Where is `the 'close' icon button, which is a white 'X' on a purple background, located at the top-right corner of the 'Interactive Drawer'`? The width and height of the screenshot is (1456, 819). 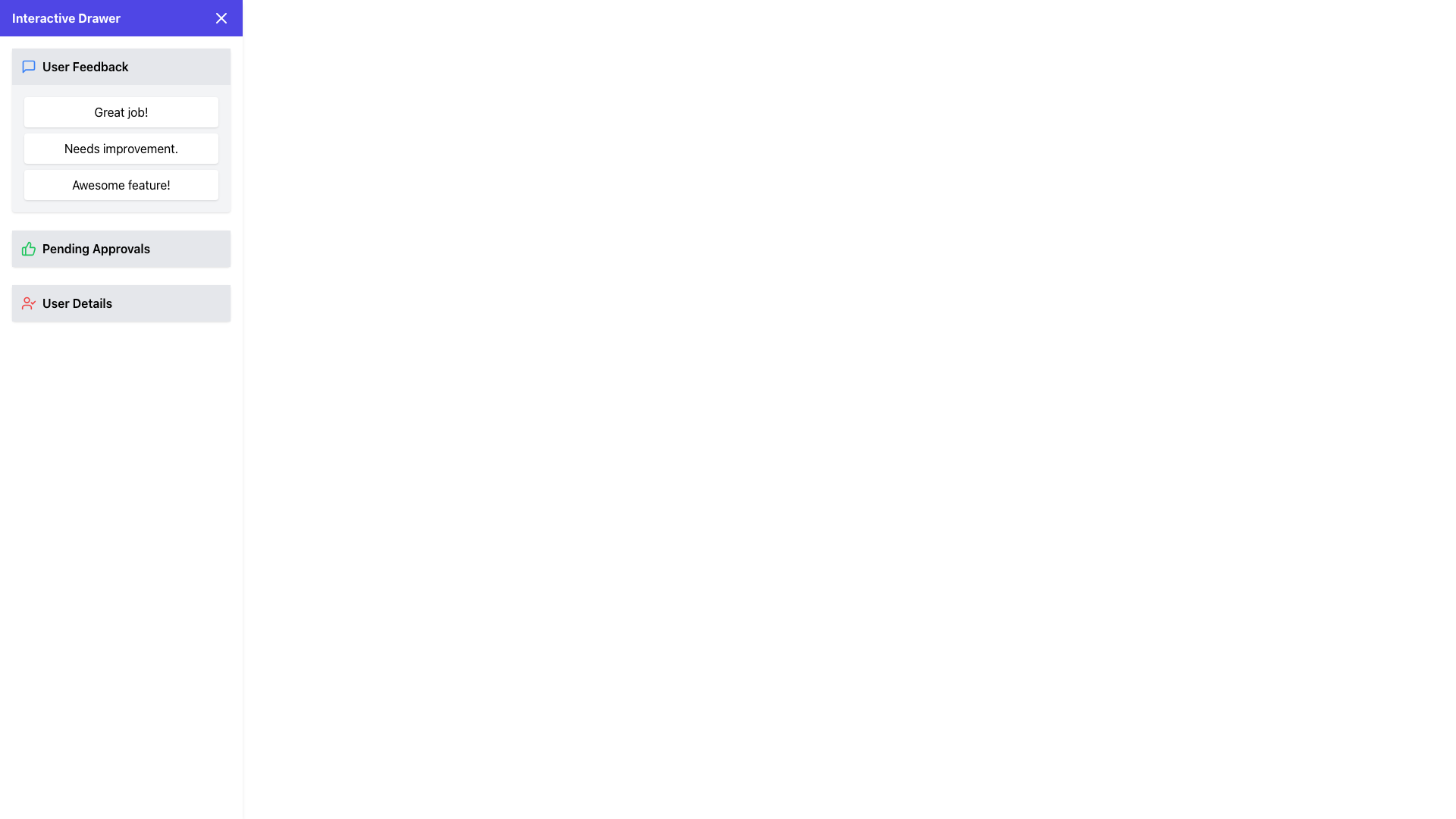
the 'close' icon button, which is a white 'X' on a purple background, located at the top-right corner of the 'Interactive Drawer' is located at coordinates (221, 17).